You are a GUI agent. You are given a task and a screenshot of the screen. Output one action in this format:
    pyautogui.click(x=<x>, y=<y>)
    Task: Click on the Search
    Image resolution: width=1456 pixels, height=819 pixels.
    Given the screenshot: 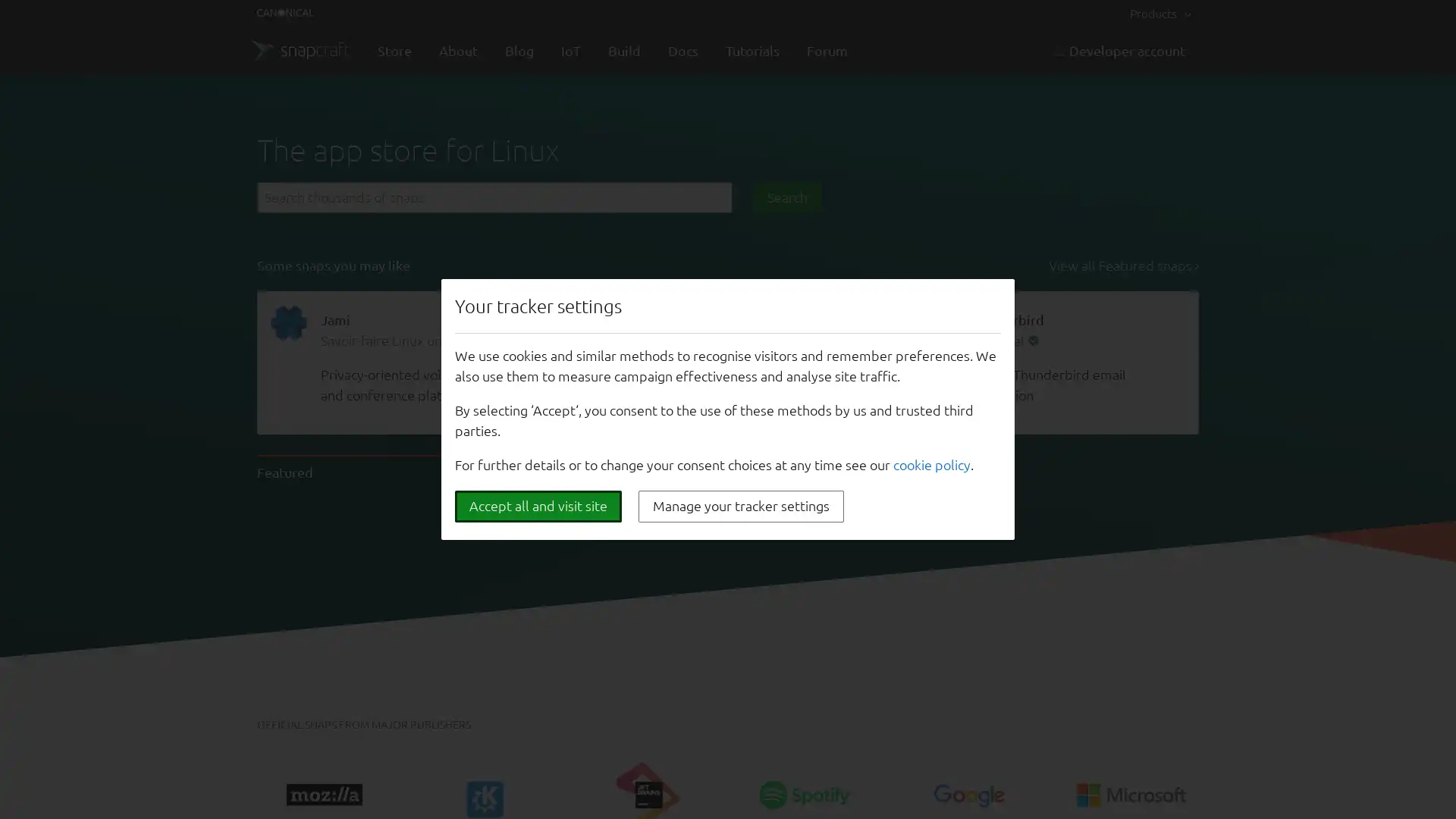 What is the action you would take?
    pyautogui.click(x=787, y=196)
    